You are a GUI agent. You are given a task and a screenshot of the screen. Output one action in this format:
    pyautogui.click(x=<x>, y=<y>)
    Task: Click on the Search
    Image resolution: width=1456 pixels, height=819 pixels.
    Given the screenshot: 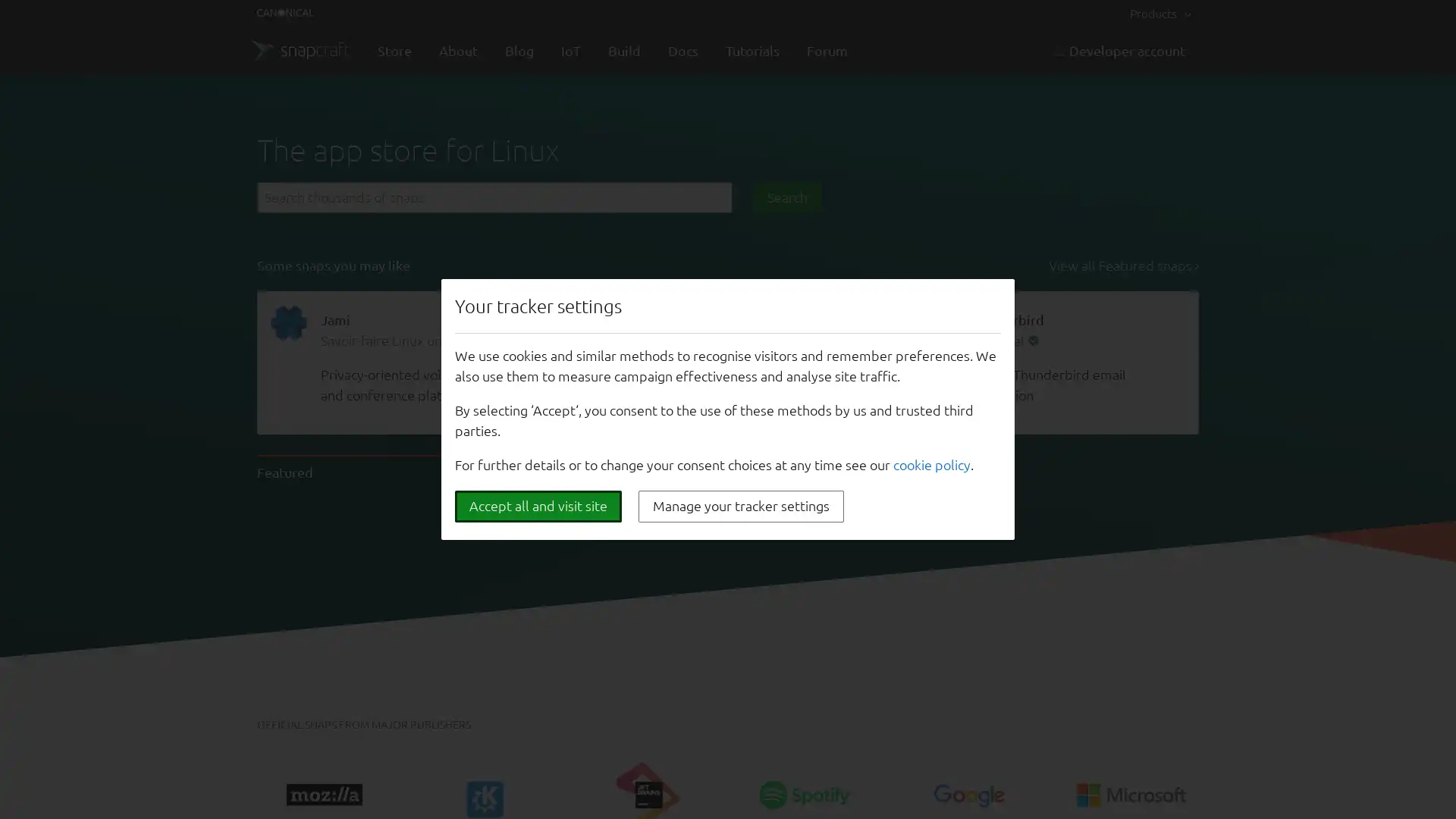 What is the action you would take?
    pyautogui.click(x=787, y=196)
    